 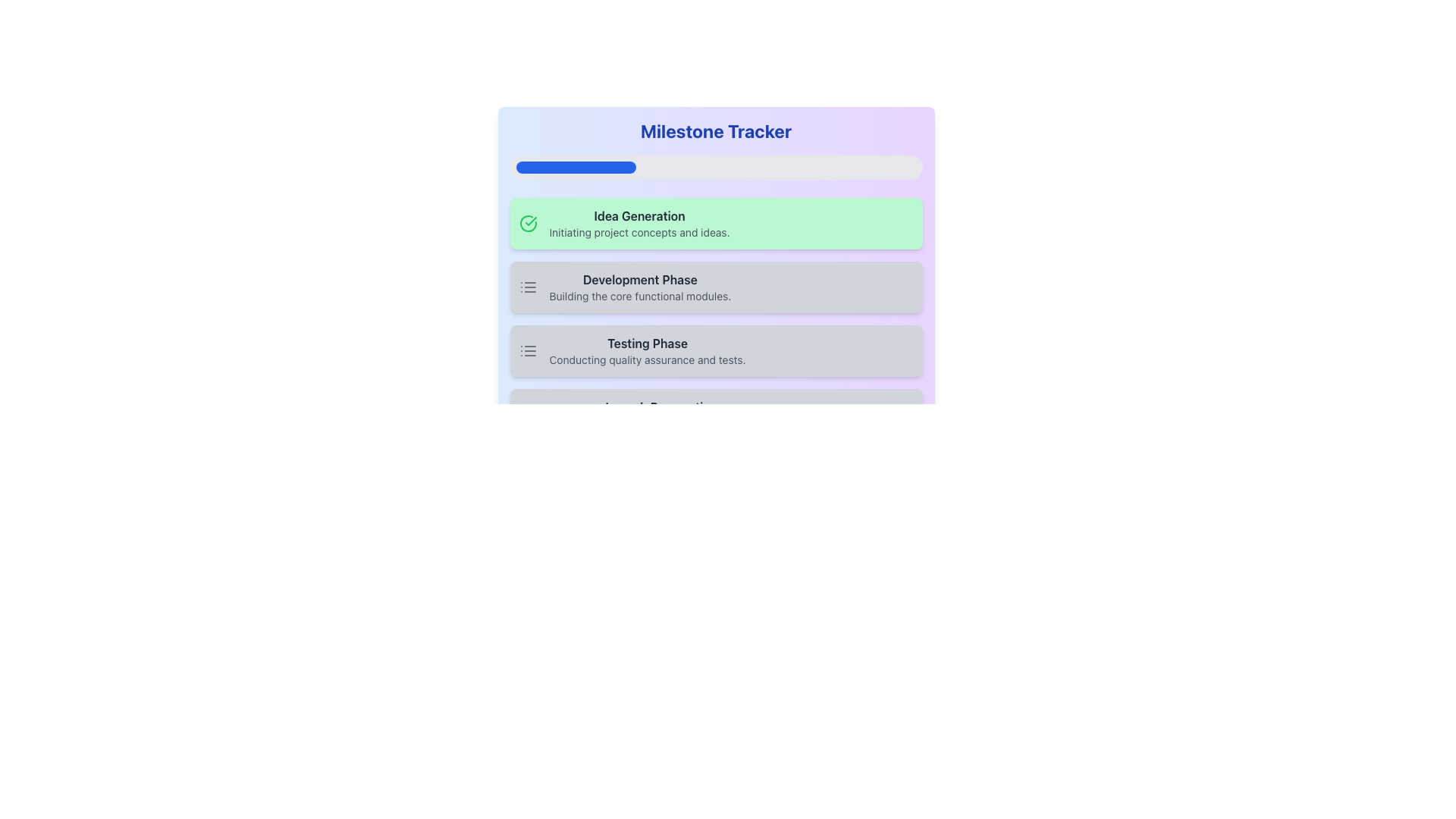 What do you see at coordinates (640, 280) in the screenshot?
I see `the Text Label that serves as a heading for the 'Development Phase' section, positioned centrally between 'Idea Generation' and 'Testing Phase'` at bounding box center [640, 280].